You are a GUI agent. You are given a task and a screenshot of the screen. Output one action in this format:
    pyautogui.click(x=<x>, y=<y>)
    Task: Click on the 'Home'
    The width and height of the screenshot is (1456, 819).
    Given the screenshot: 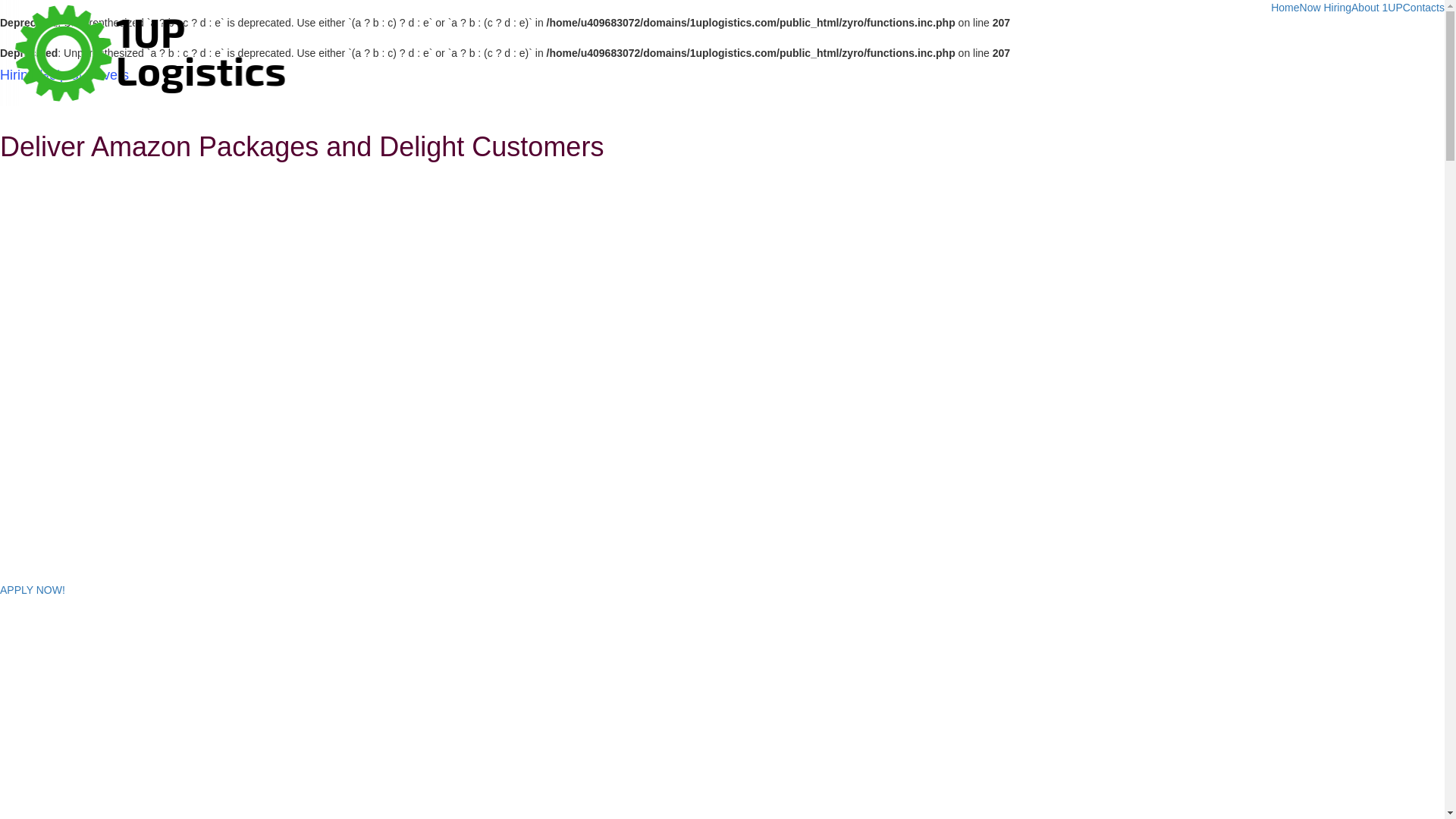 What is the action you would take?
    pyautogui.click(x=1284, y=8)
    